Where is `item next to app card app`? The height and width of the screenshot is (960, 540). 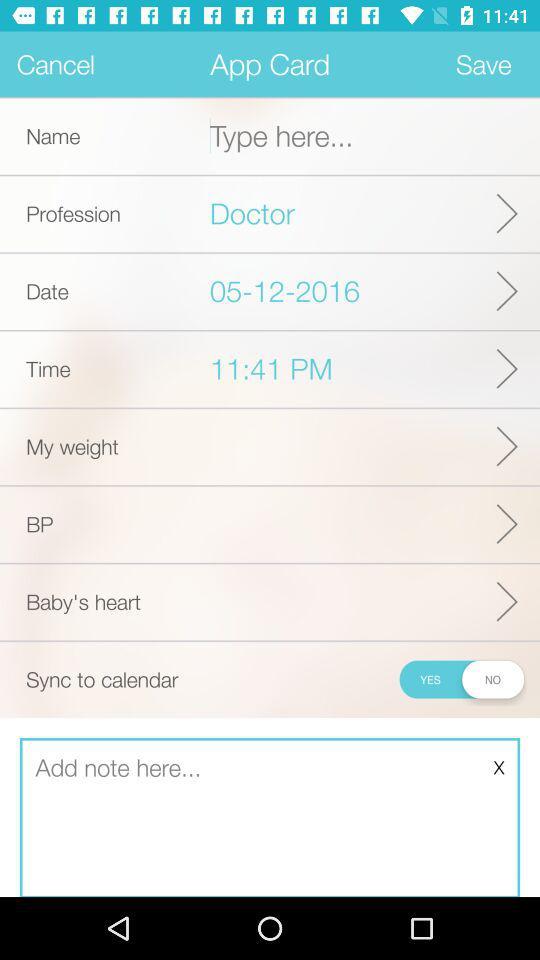
item next to app card app is located at coordinates (56, 64).